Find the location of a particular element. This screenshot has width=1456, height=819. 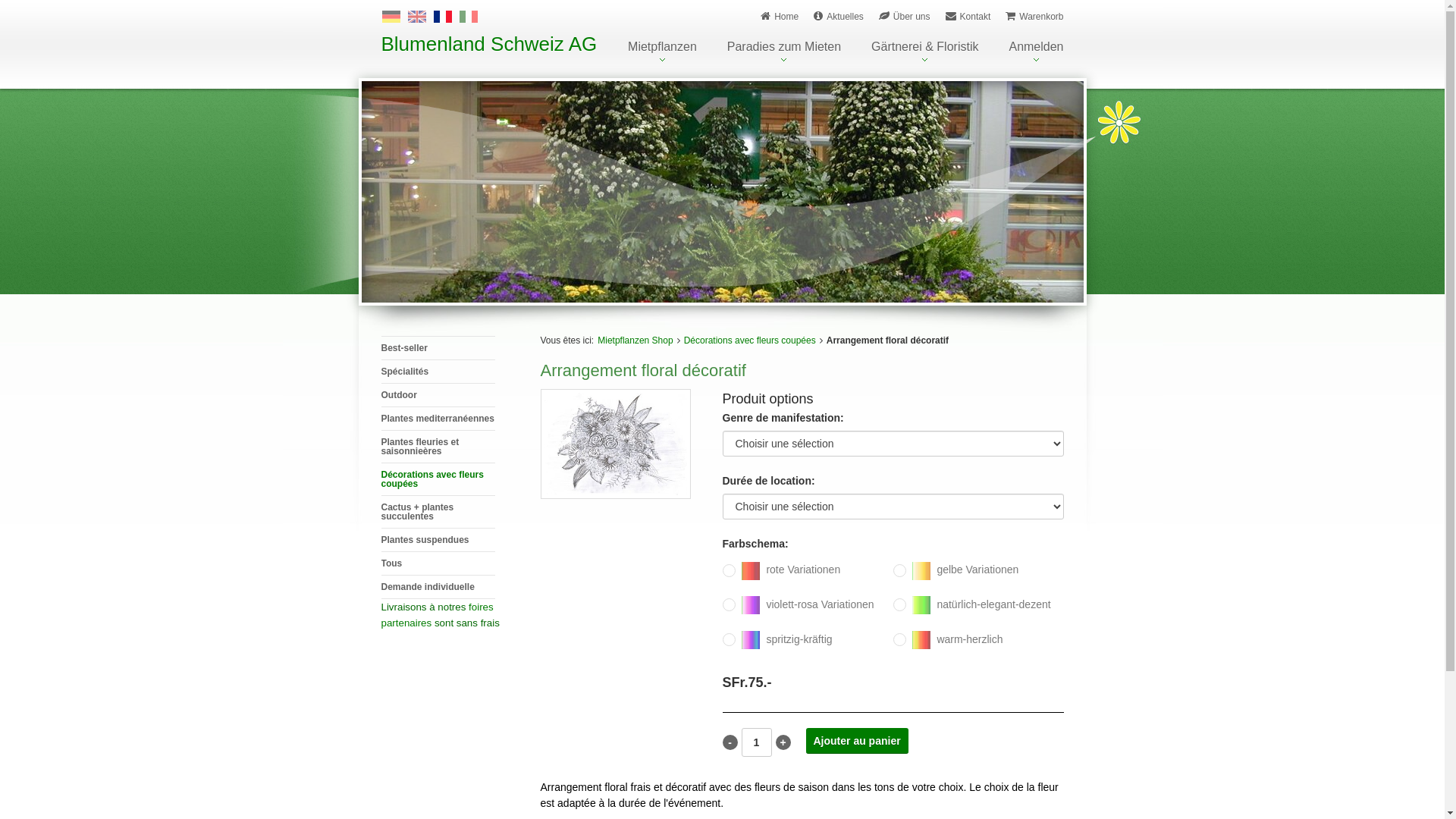

'Demande individuelle' is located at coordinates (436, 585).